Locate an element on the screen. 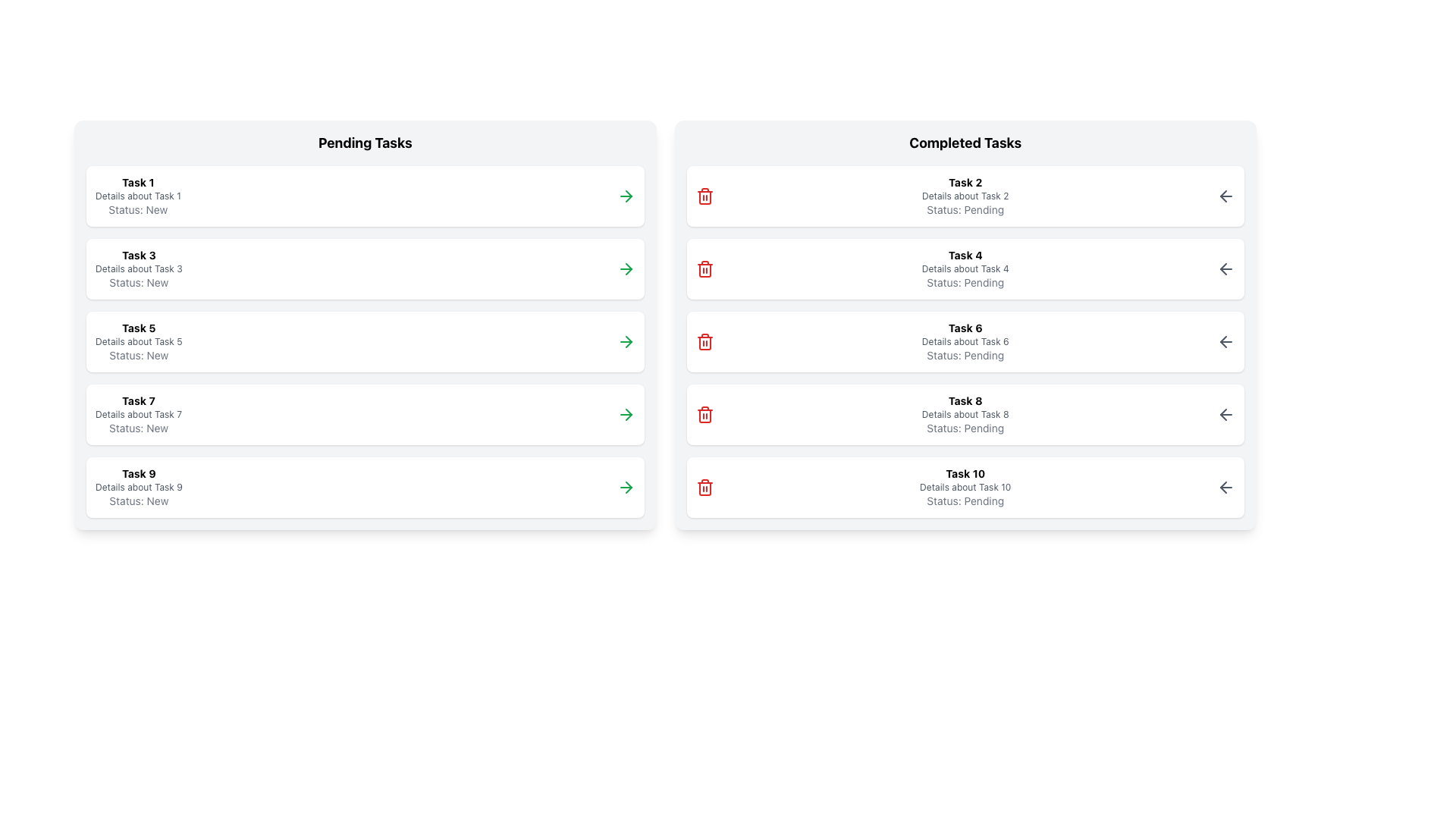  the bolded text label displaying 'Task 8' located in the 'Completed Tasks' section, specifically in the fourth task card as the first line of text is located at coordinates (965, 400).